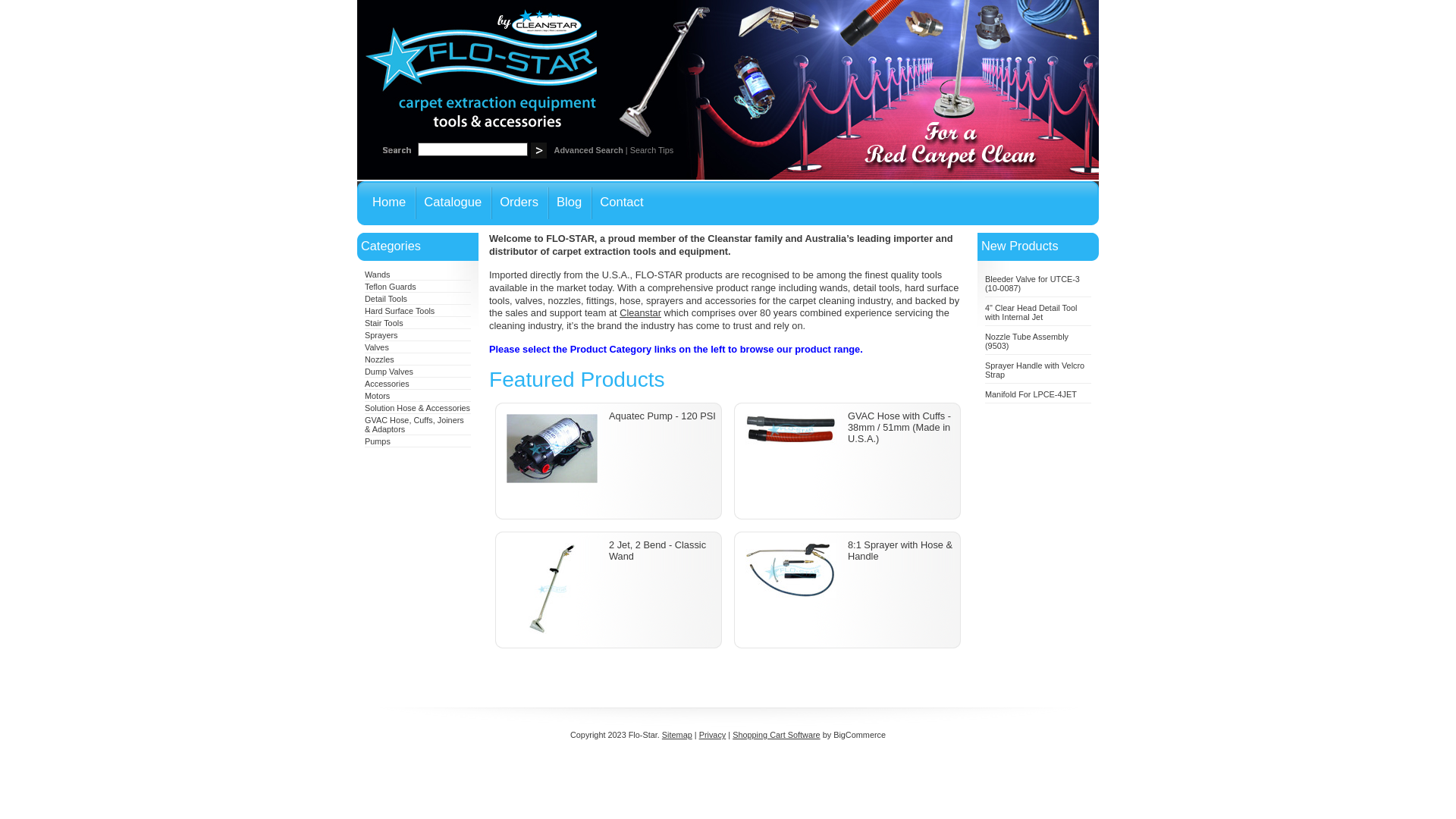  Describe the element at coordinates (414, 424) in the screenshot. I see `'GVAC Hose, Cuffs, Joiners & Adaptors'` at that location.